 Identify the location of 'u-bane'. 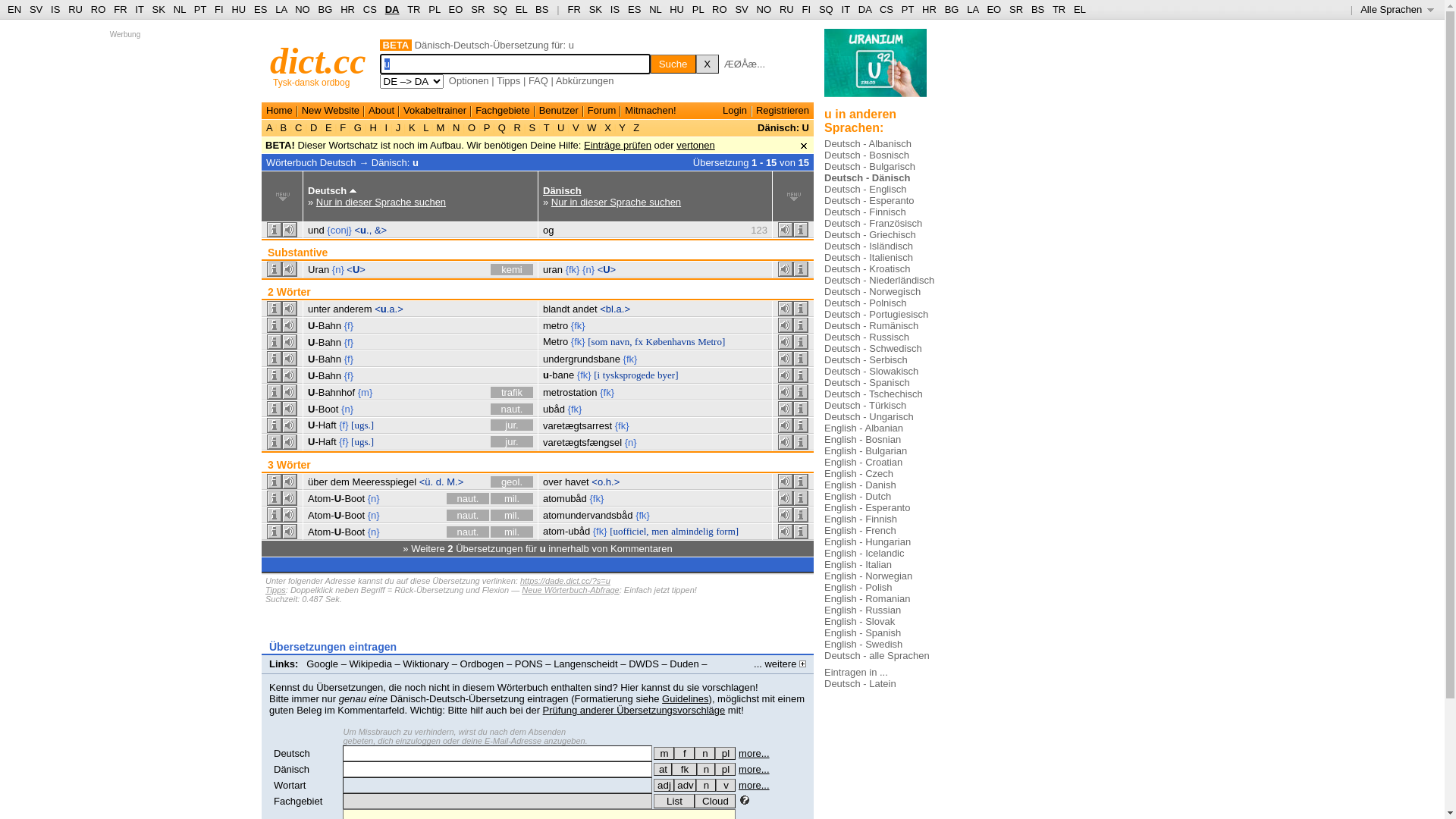
(557, 375).